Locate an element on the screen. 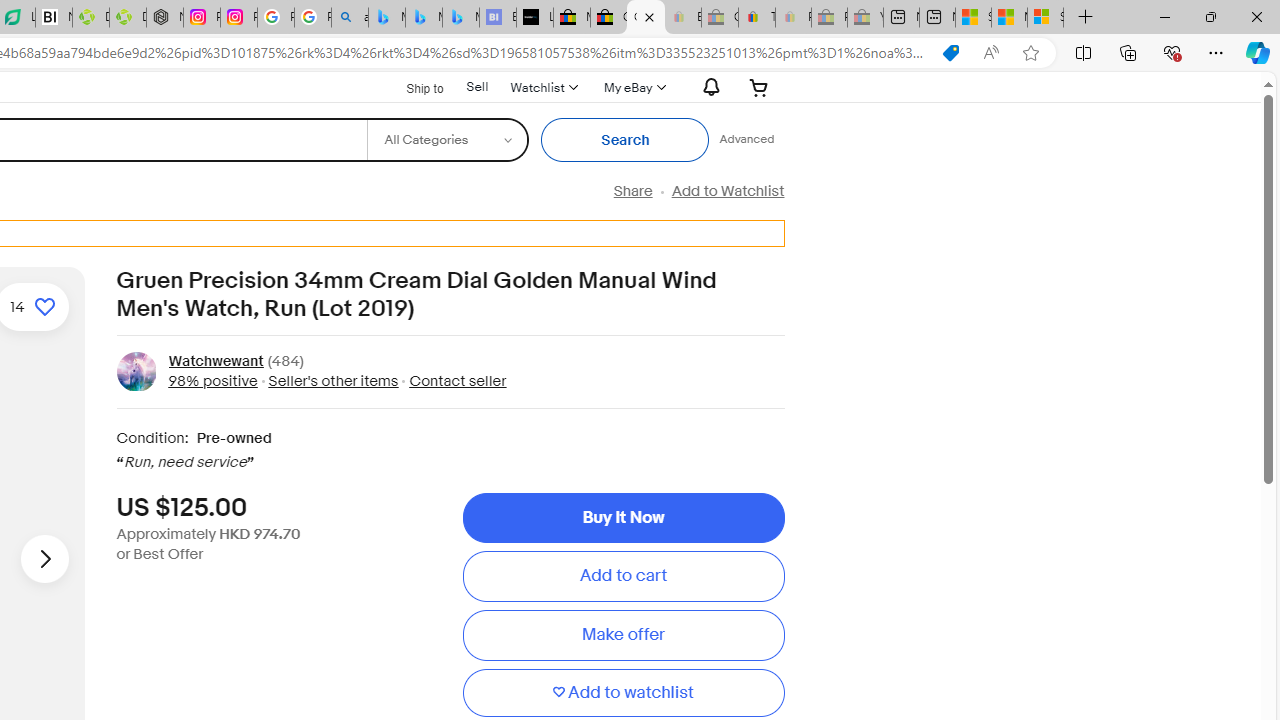 This screenshot has height=720, width=1280. 'Buy It Now' is located at coordinates (622, 517).